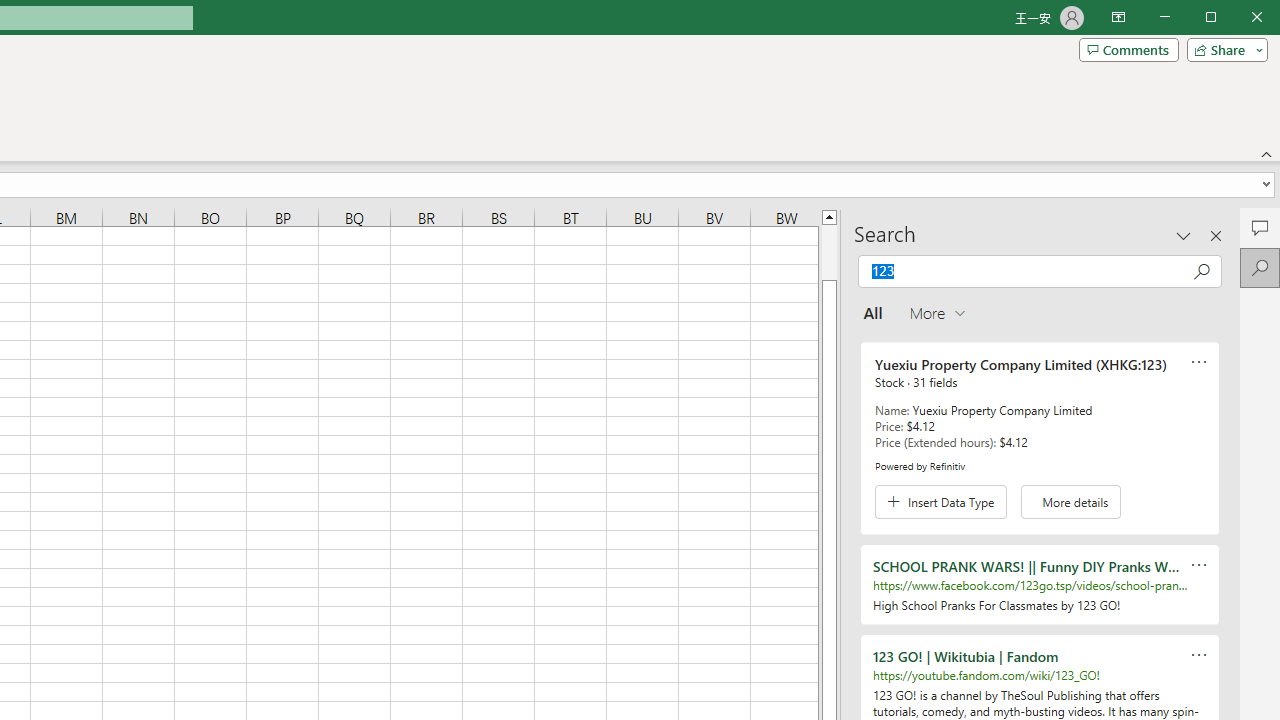 The height and width of the screenshot is (720, 1280). I want to click on 'Close', so click(1261, 19).